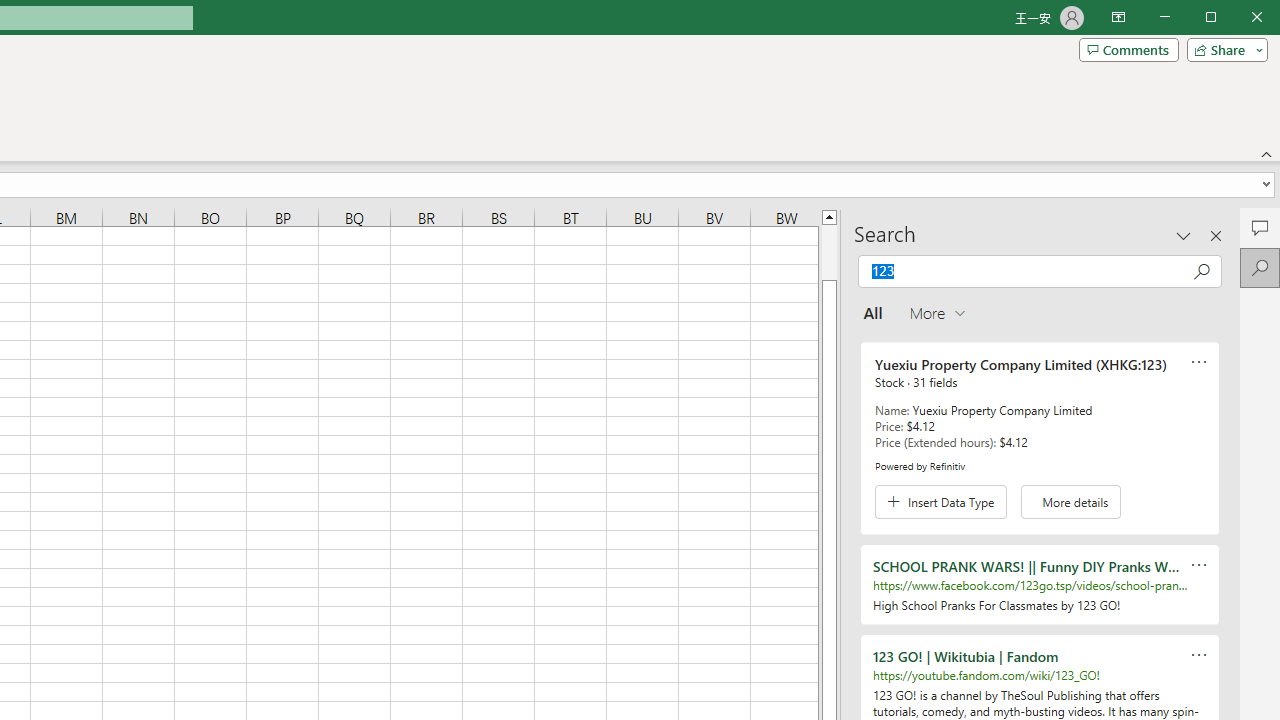 The height and width of the screenshot is (720, 1280). I want to click on 'Close', so click(1261, 19).